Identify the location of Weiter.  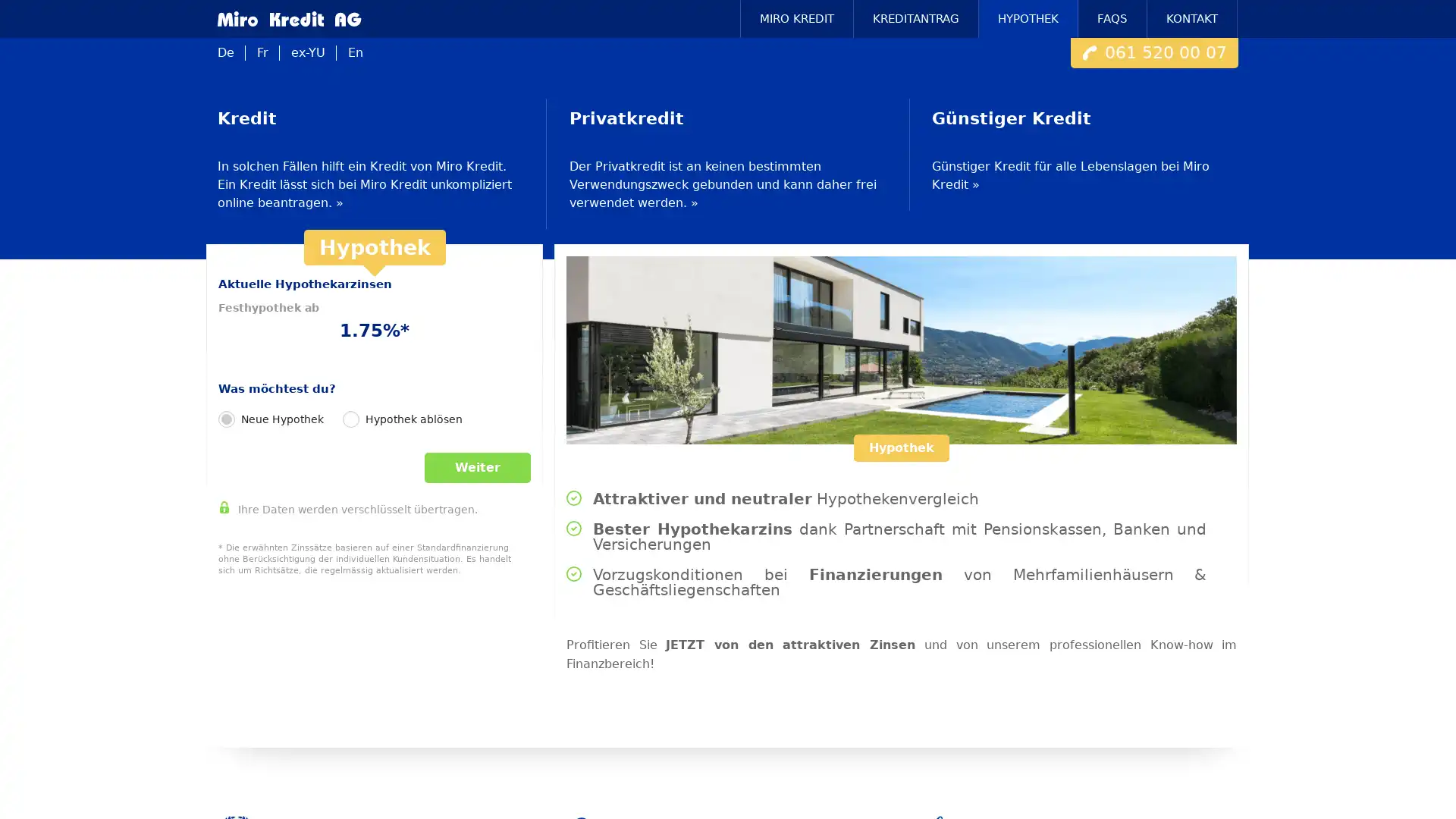
(468, 466).